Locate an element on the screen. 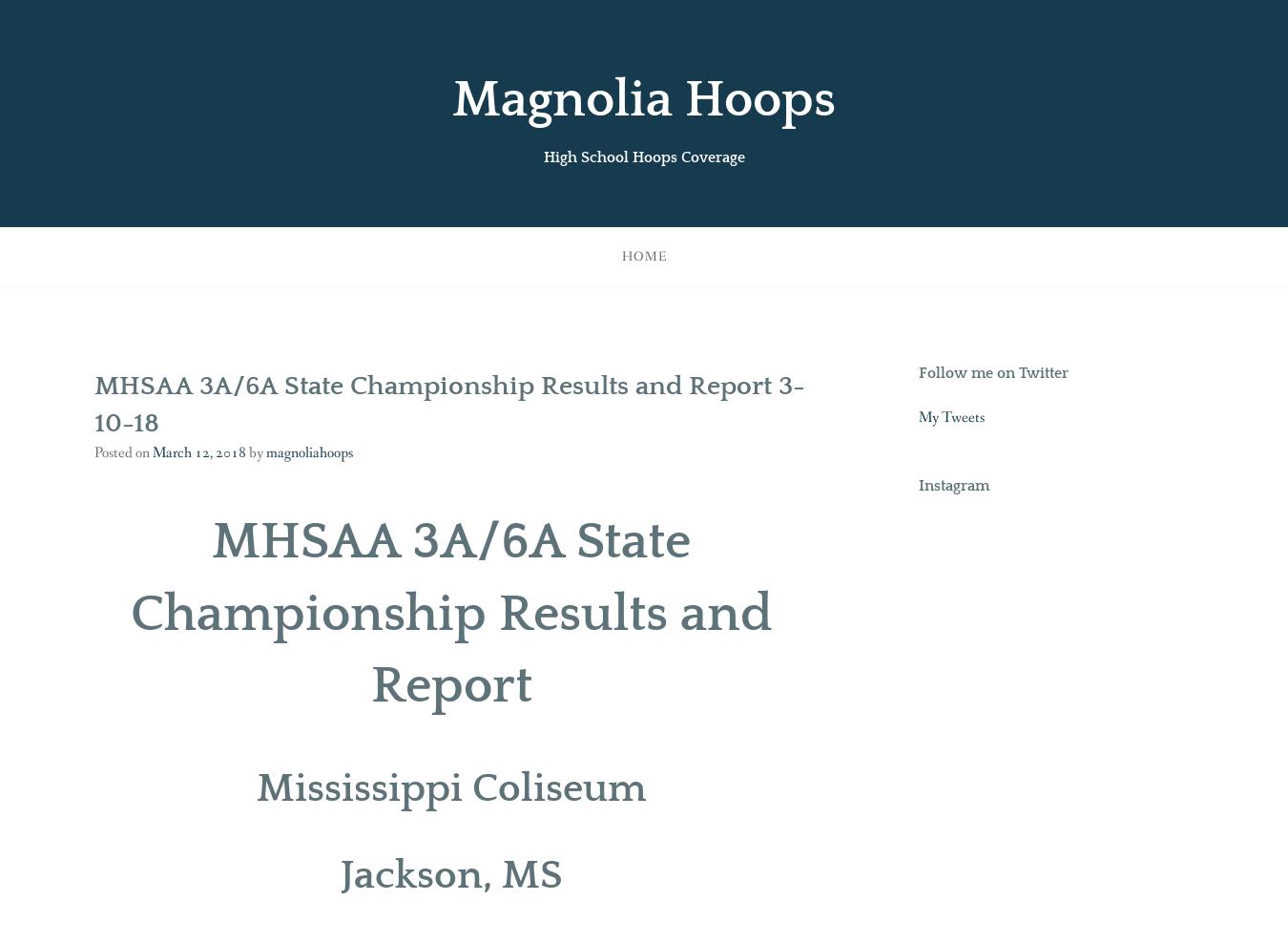  'MHSAA 3A/6A State Championship Results and Report' is located at coordinates (449, 613).